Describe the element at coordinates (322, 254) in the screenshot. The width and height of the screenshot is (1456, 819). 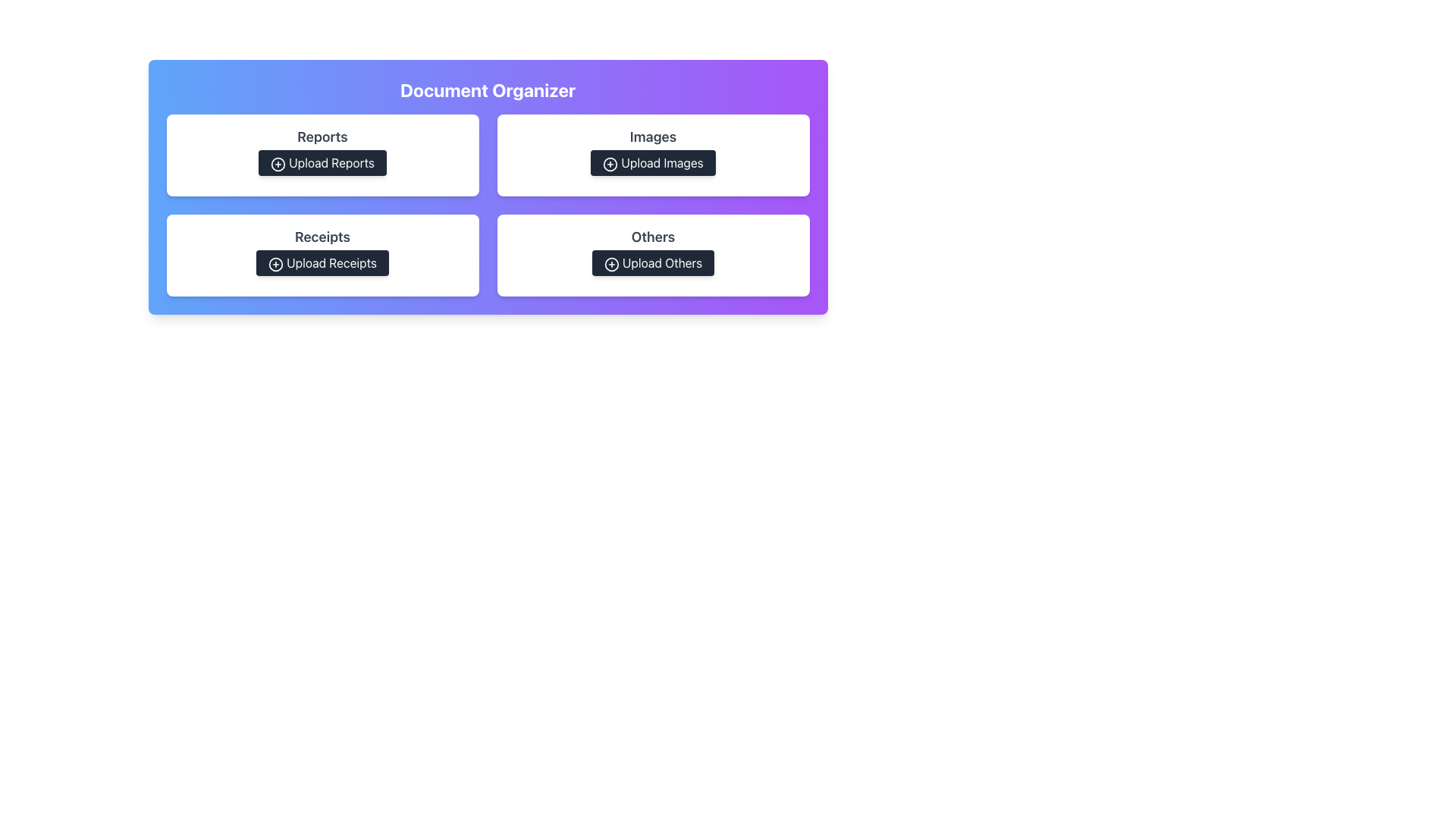
I see `the receipt upload button located in the bottom-left quadrant of the grid layout under the 'Receipts' header` at that location.